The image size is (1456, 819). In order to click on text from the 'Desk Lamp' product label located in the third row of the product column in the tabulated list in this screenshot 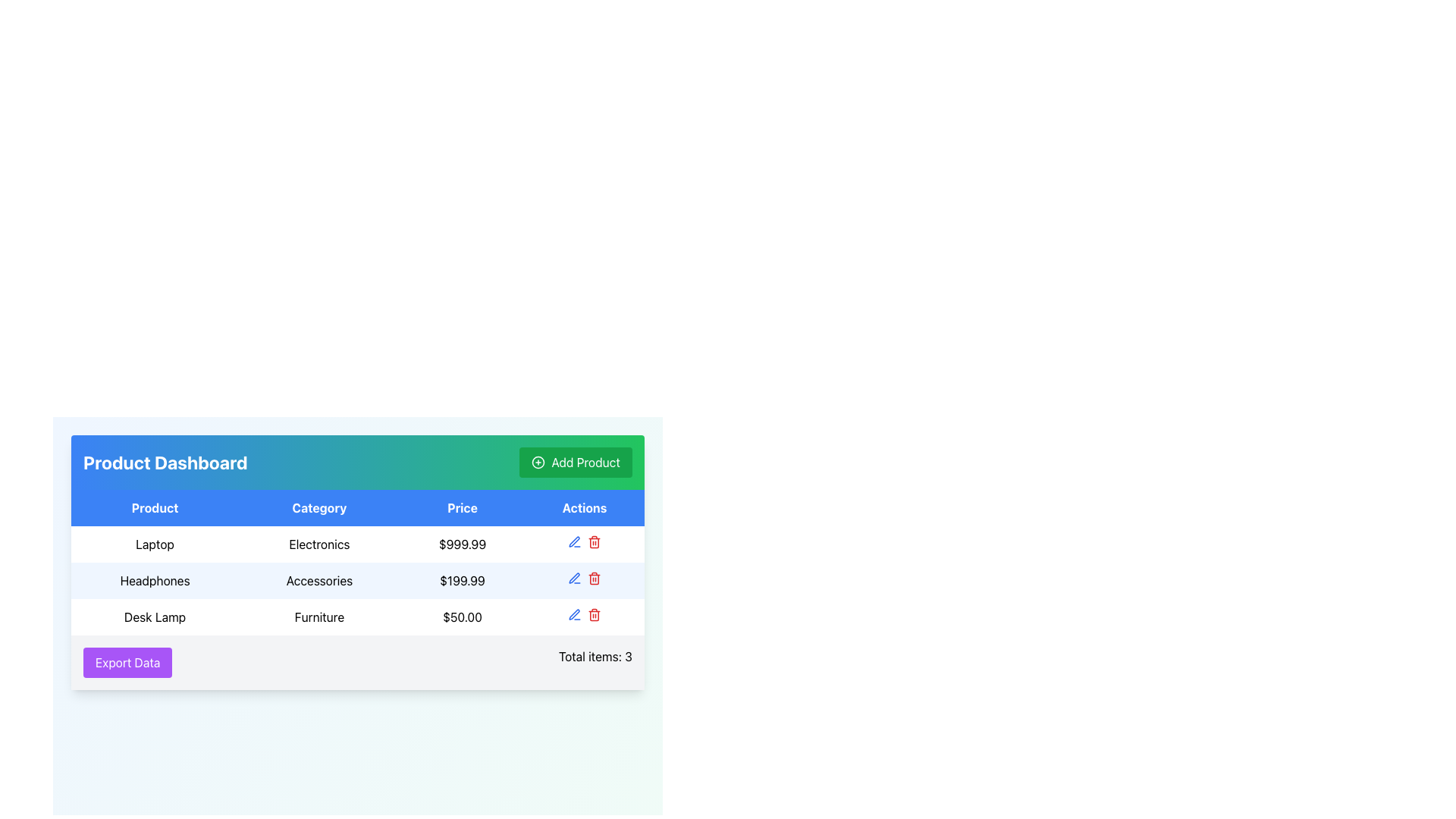, I will do `click(155, 617)`.